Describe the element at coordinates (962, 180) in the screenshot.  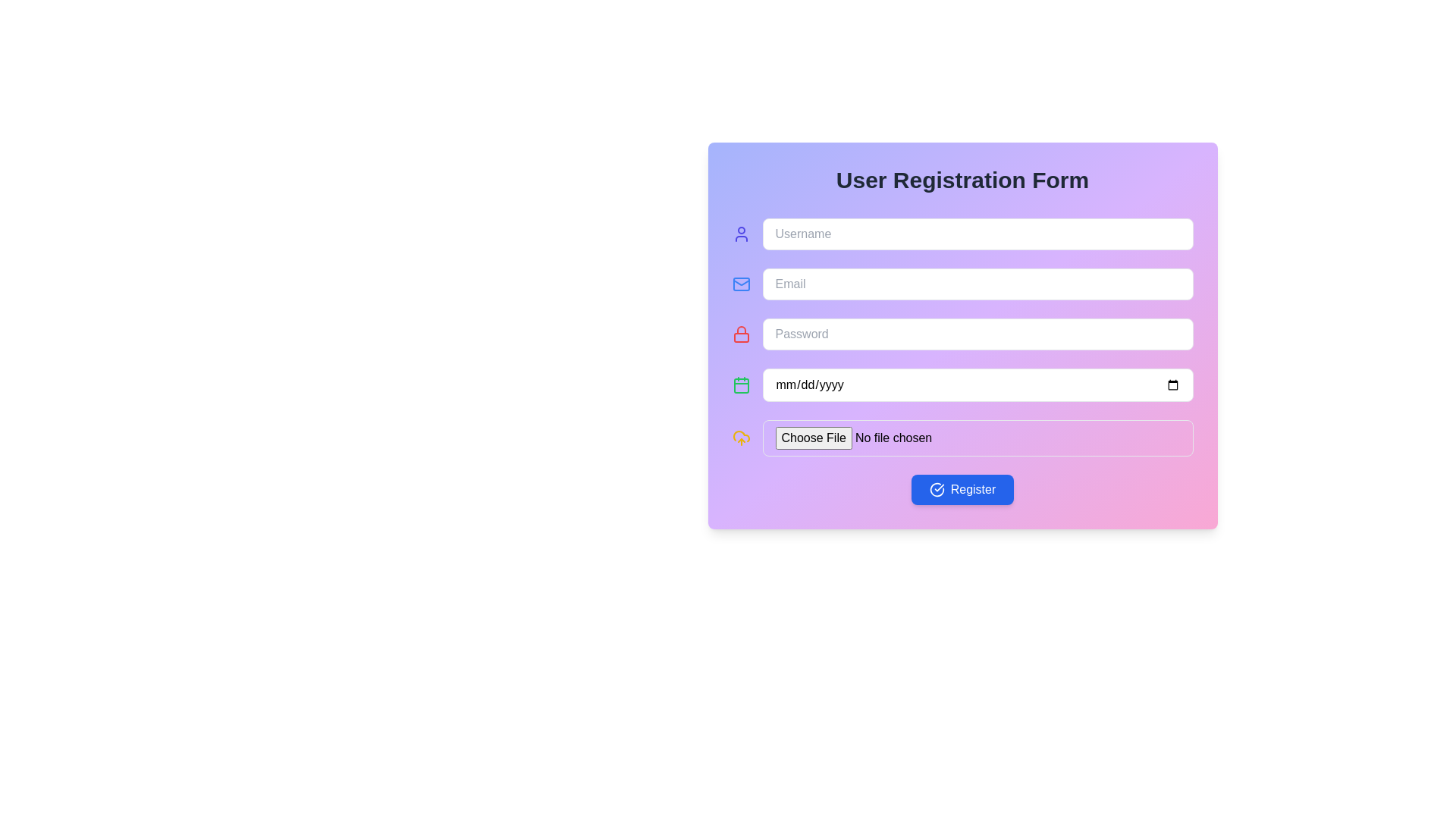
I see `the static text element displaying 'User Registration Form' which is bold and large, located at the top of the registration form card` at that location.